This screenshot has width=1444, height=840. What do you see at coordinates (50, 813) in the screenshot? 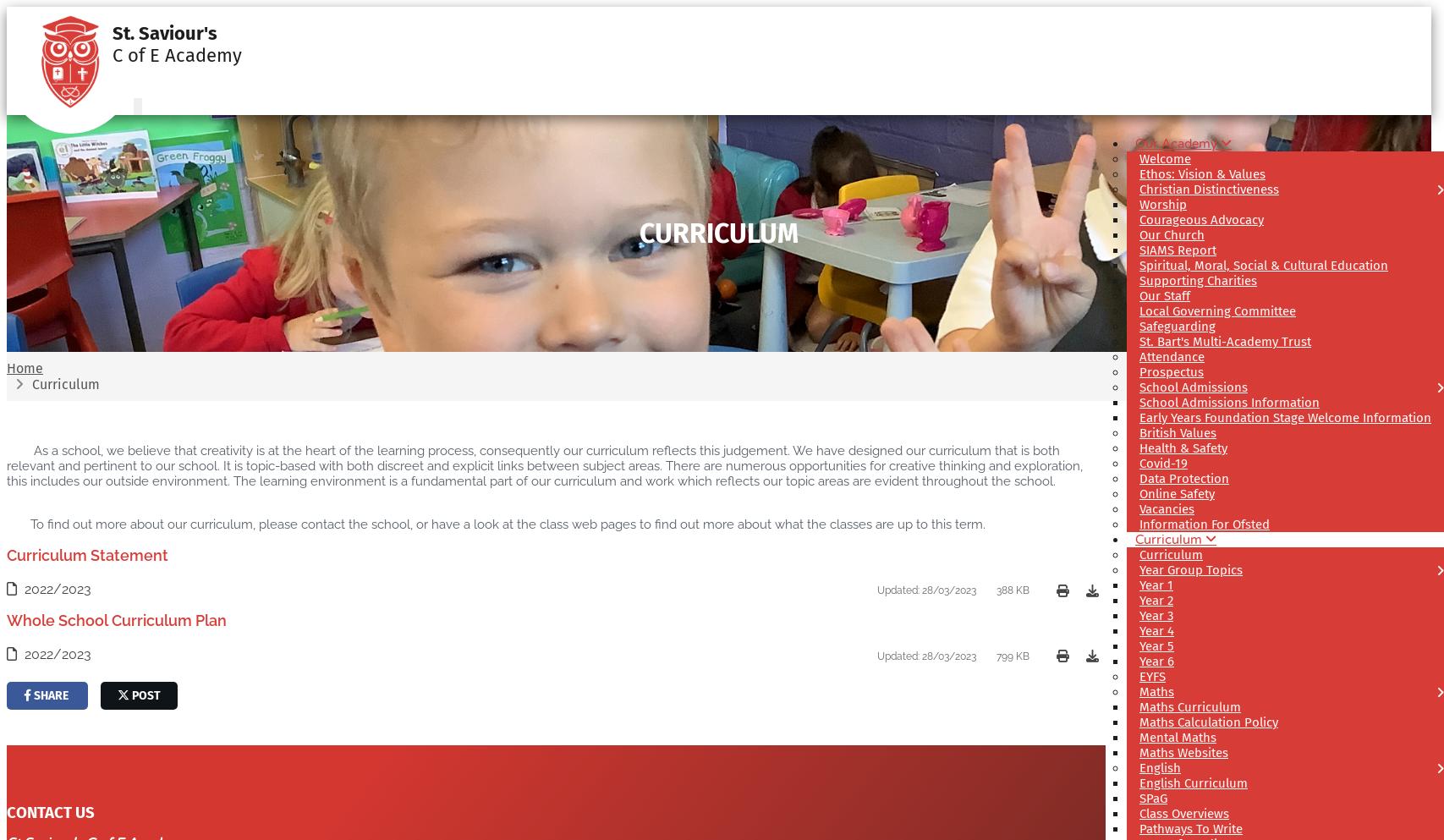
I see `'Contact Us'` at bounding box center [50, 813].